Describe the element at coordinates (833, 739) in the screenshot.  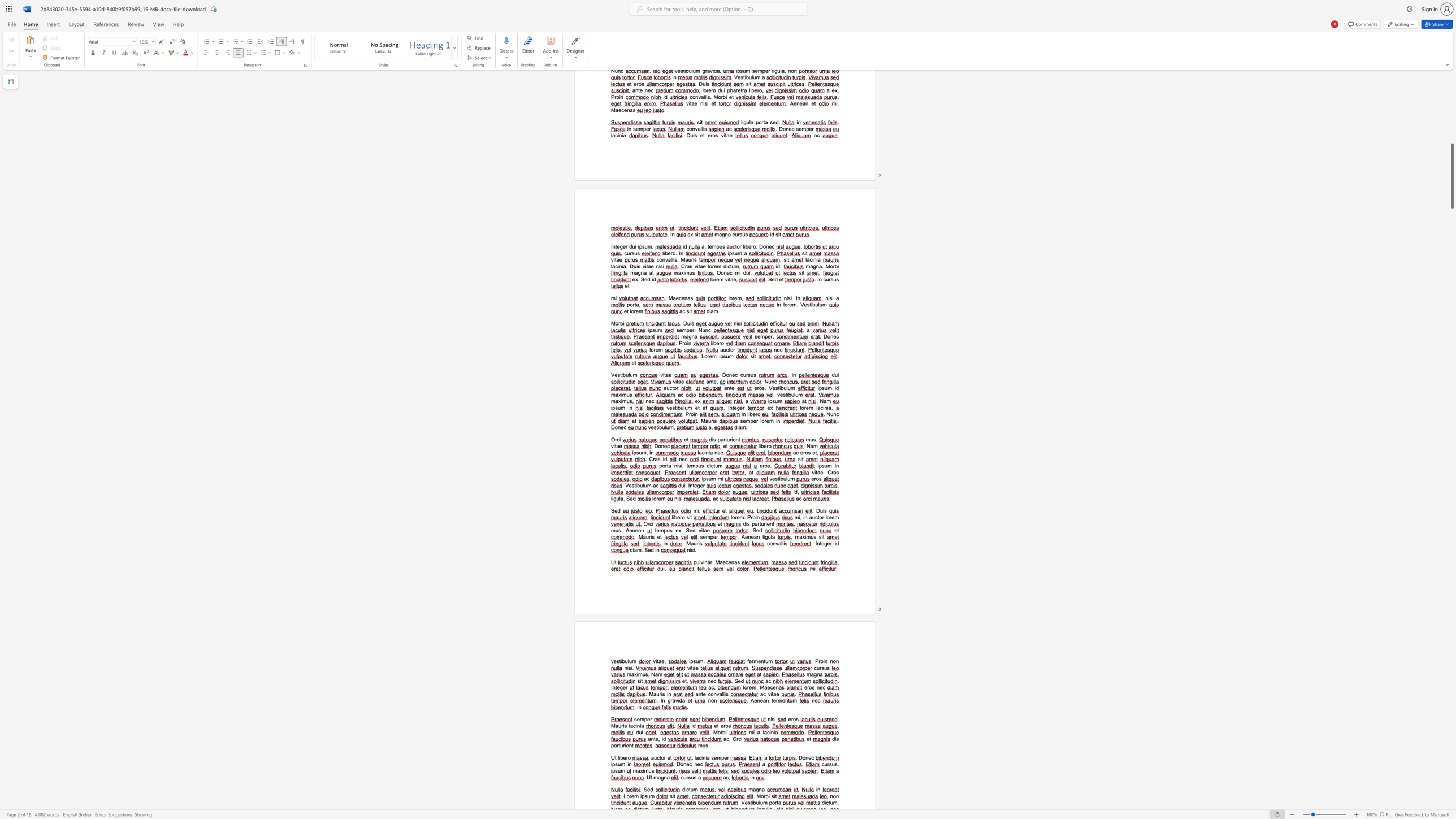
I see `the 1th character "d" in the text` at that location.